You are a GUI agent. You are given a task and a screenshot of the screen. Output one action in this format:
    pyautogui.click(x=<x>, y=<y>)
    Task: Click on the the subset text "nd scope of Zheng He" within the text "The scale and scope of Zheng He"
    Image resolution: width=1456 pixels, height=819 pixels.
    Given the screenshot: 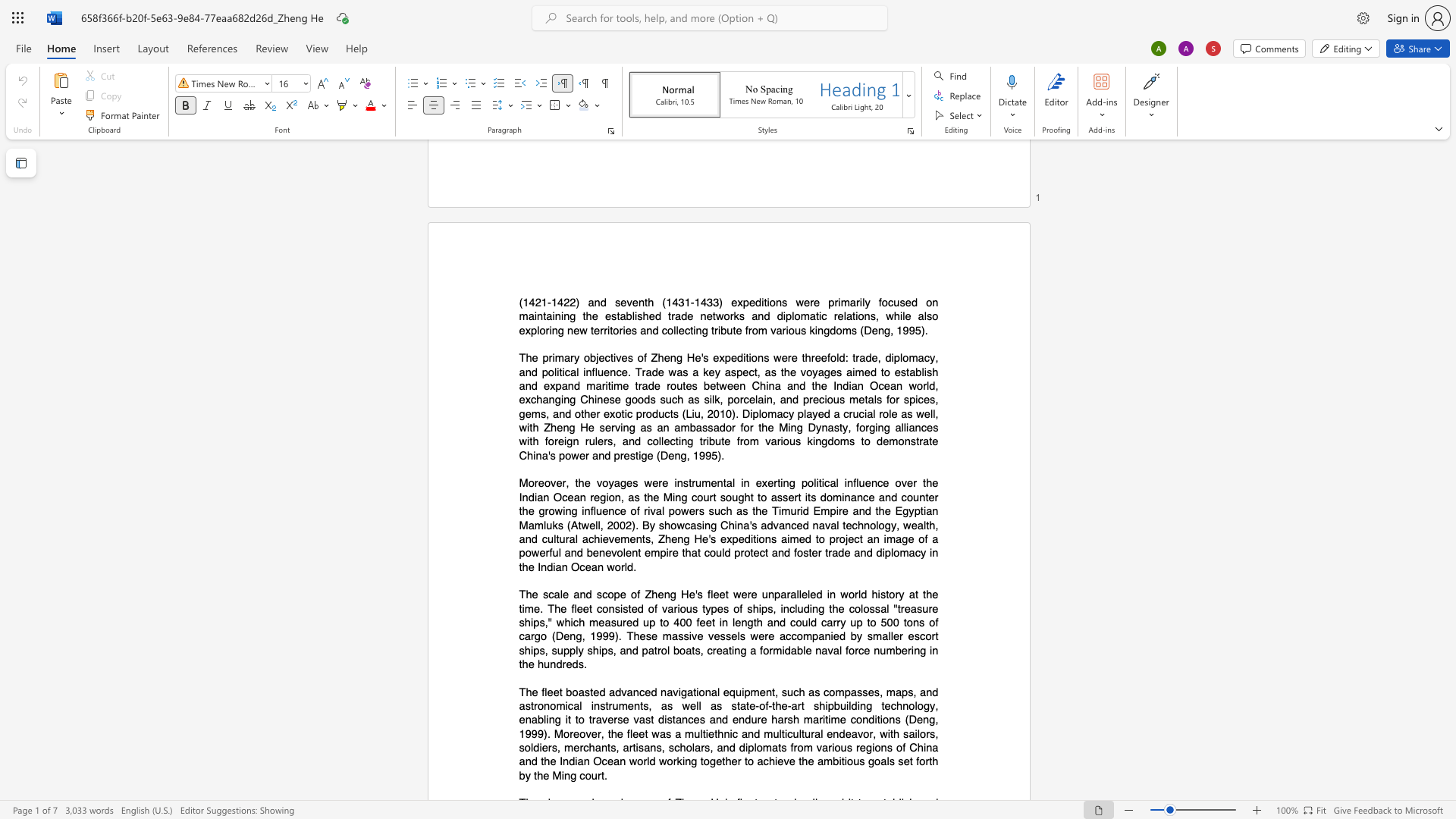 What is the action you would take?
    pyautogui.click(x=579, y=594)
    